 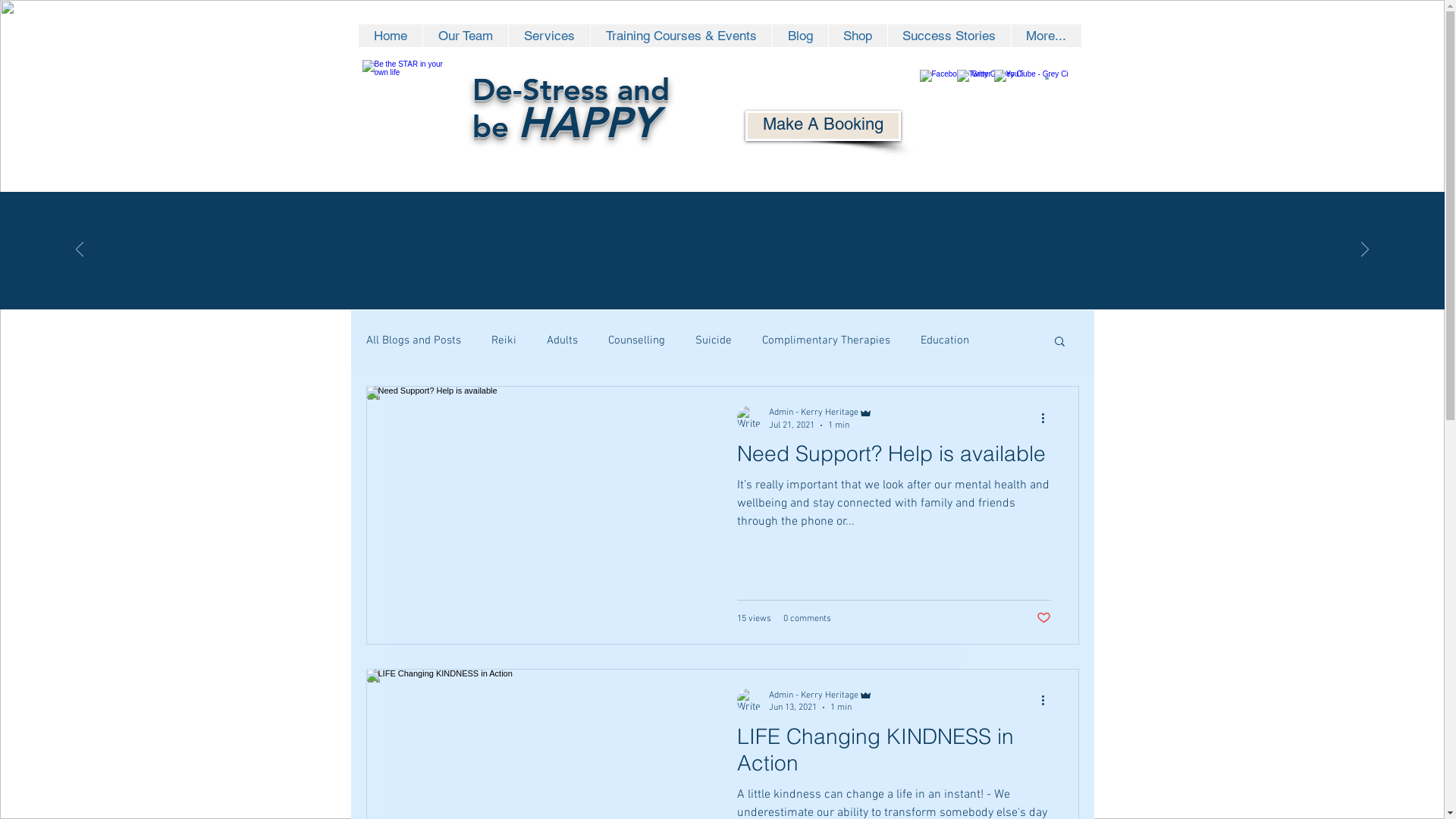 What do you see at coordinates (463, 34) in the screenshot?
I see `'Our Team'` at bounding box center [463, 34].